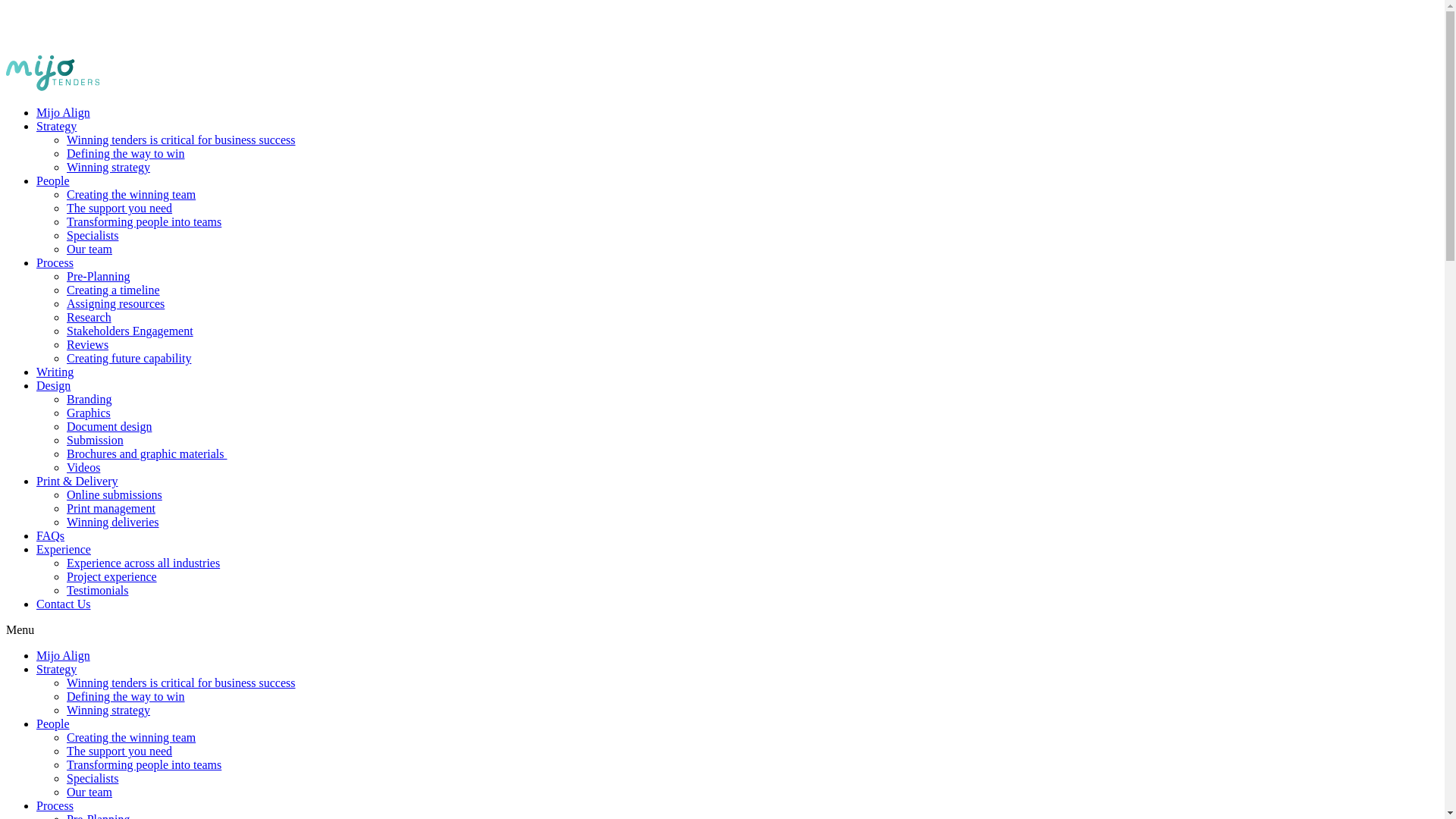  I want to click on 'Our team', so click(89, 791).